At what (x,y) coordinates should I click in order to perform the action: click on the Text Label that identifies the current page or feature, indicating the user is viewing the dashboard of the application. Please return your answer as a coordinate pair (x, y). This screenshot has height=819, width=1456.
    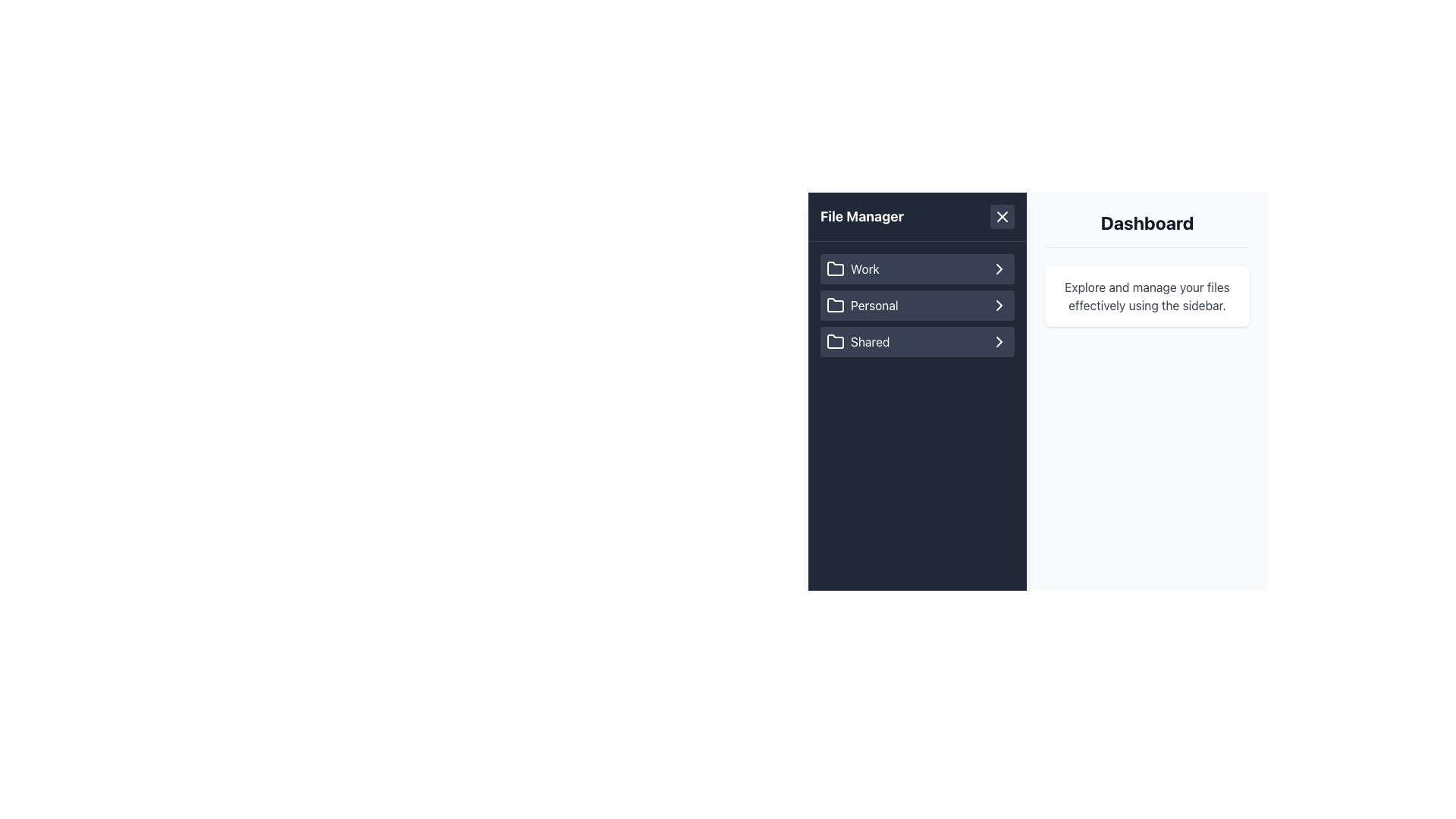
    Looking at the image, I should click on (1147, 229).